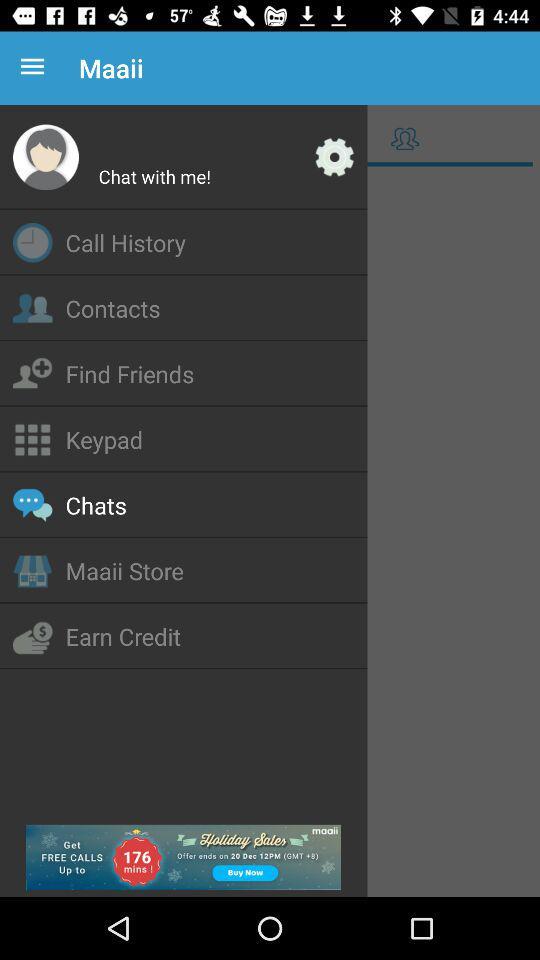  Describe the element at coordinates (36, 68) in the screenshot. I see `the icon to the left of the maaii icon` at that location.